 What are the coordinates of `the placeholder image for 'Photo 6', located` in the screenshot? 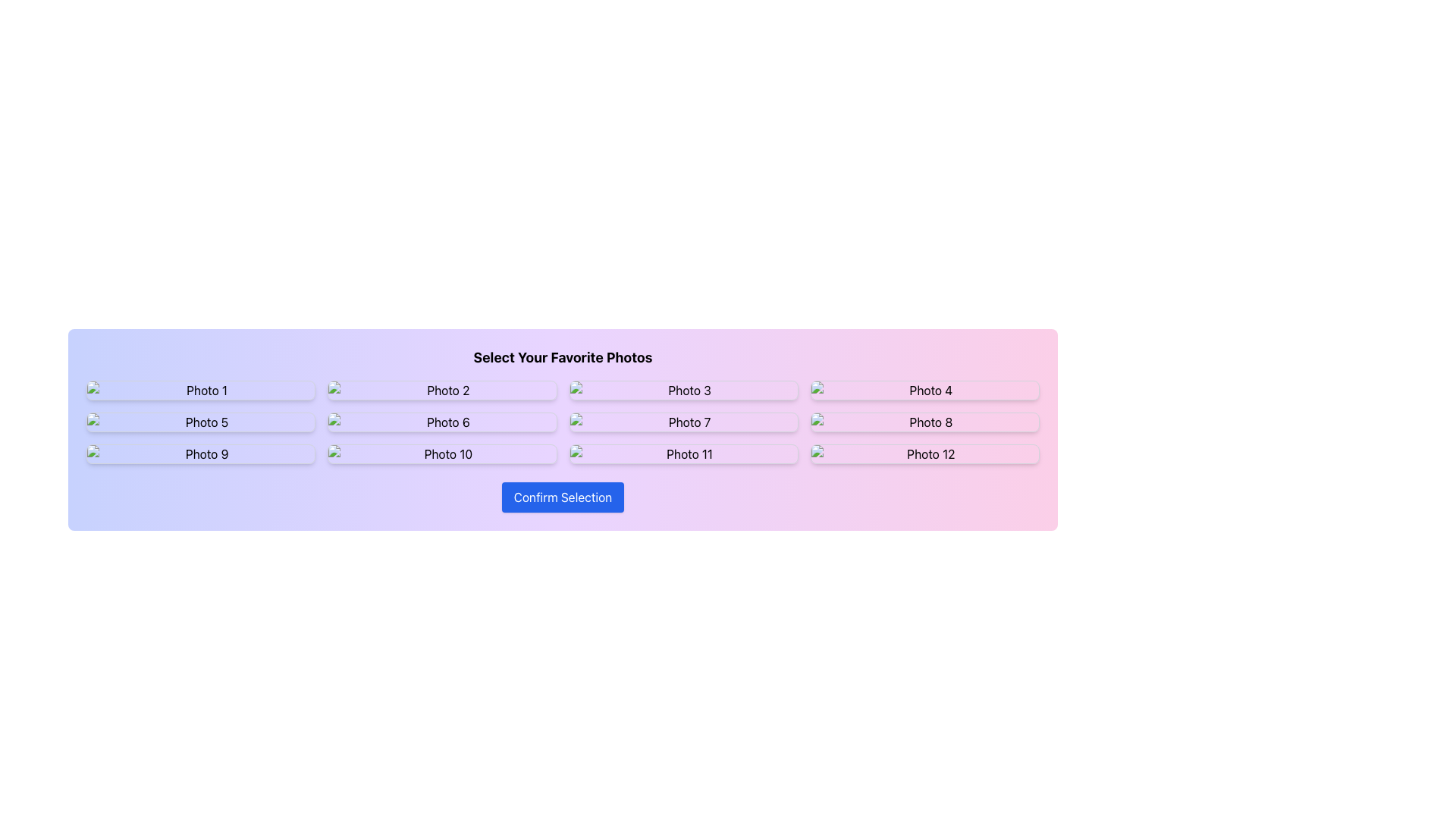 It's located at (441, 422).